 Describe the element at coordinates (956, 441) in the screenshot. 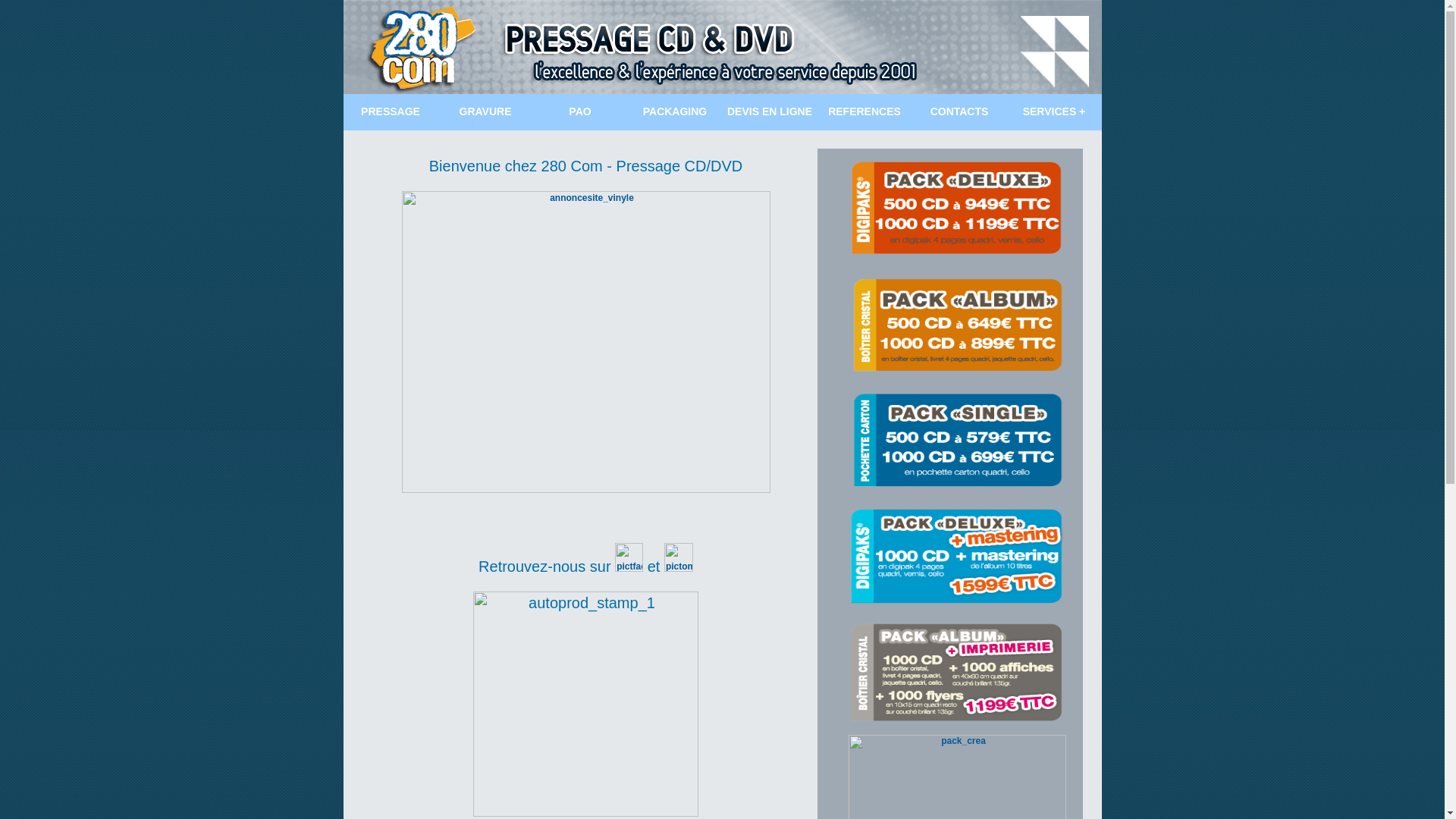

I see `'Pack_single_1000'` at that location.